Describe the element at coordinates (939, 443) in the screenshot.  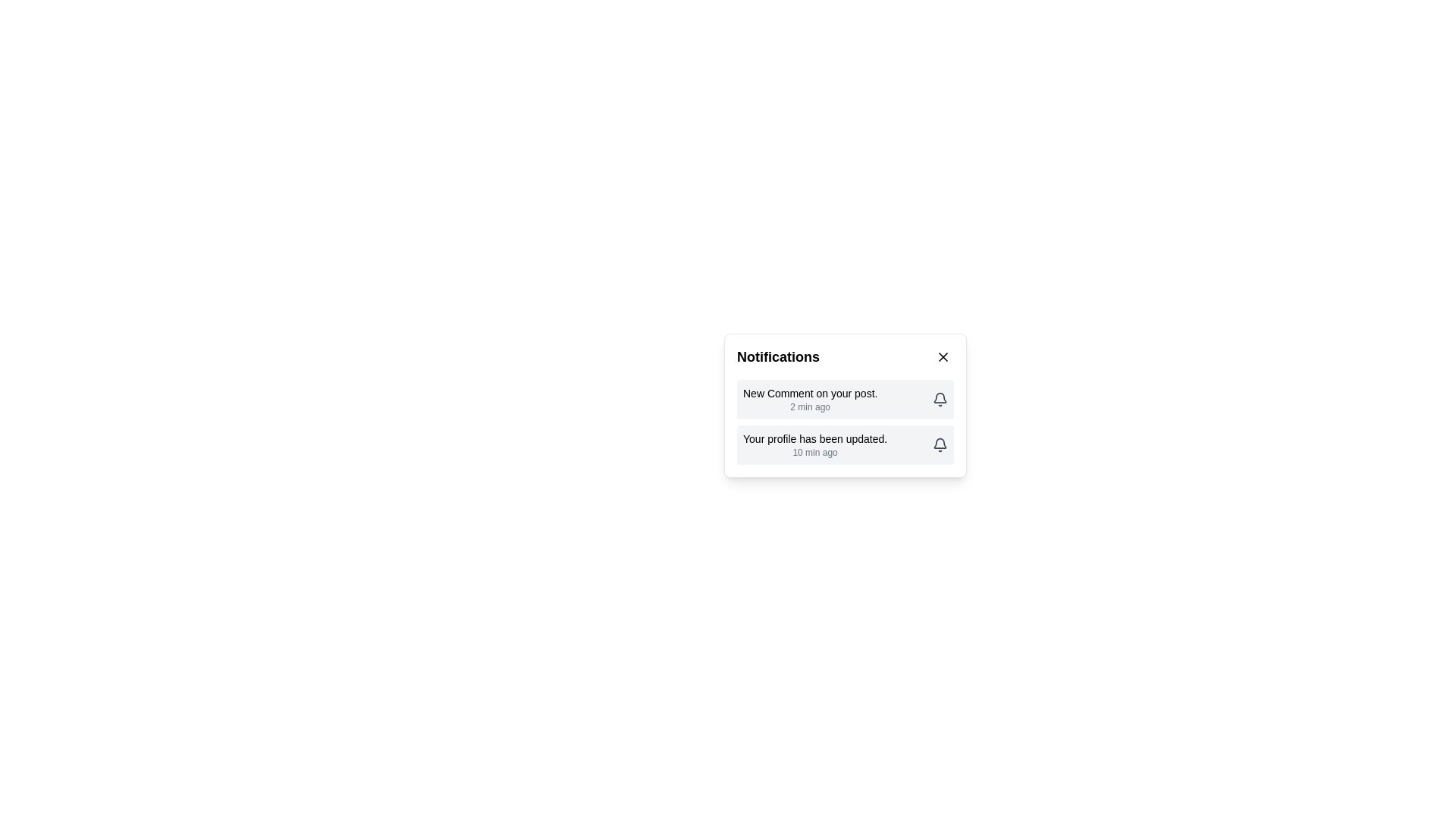
I see `bell-shaped icon located in the bottom-right of the notification panel, which features a thin gray outline` at that location.